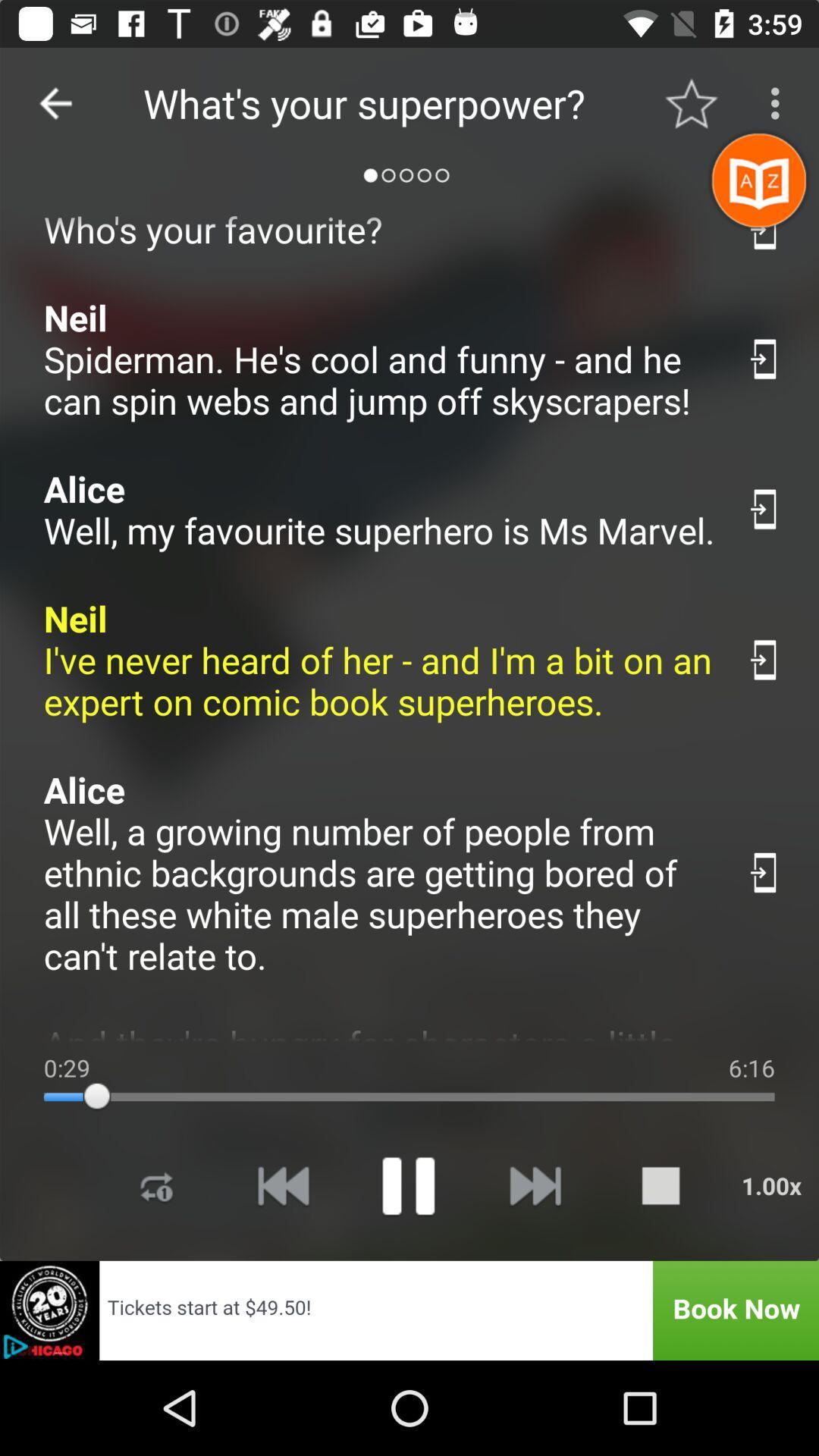  Describe the element at coordinates (407, 1185) in the screenshot. I see `pause music` at that location.